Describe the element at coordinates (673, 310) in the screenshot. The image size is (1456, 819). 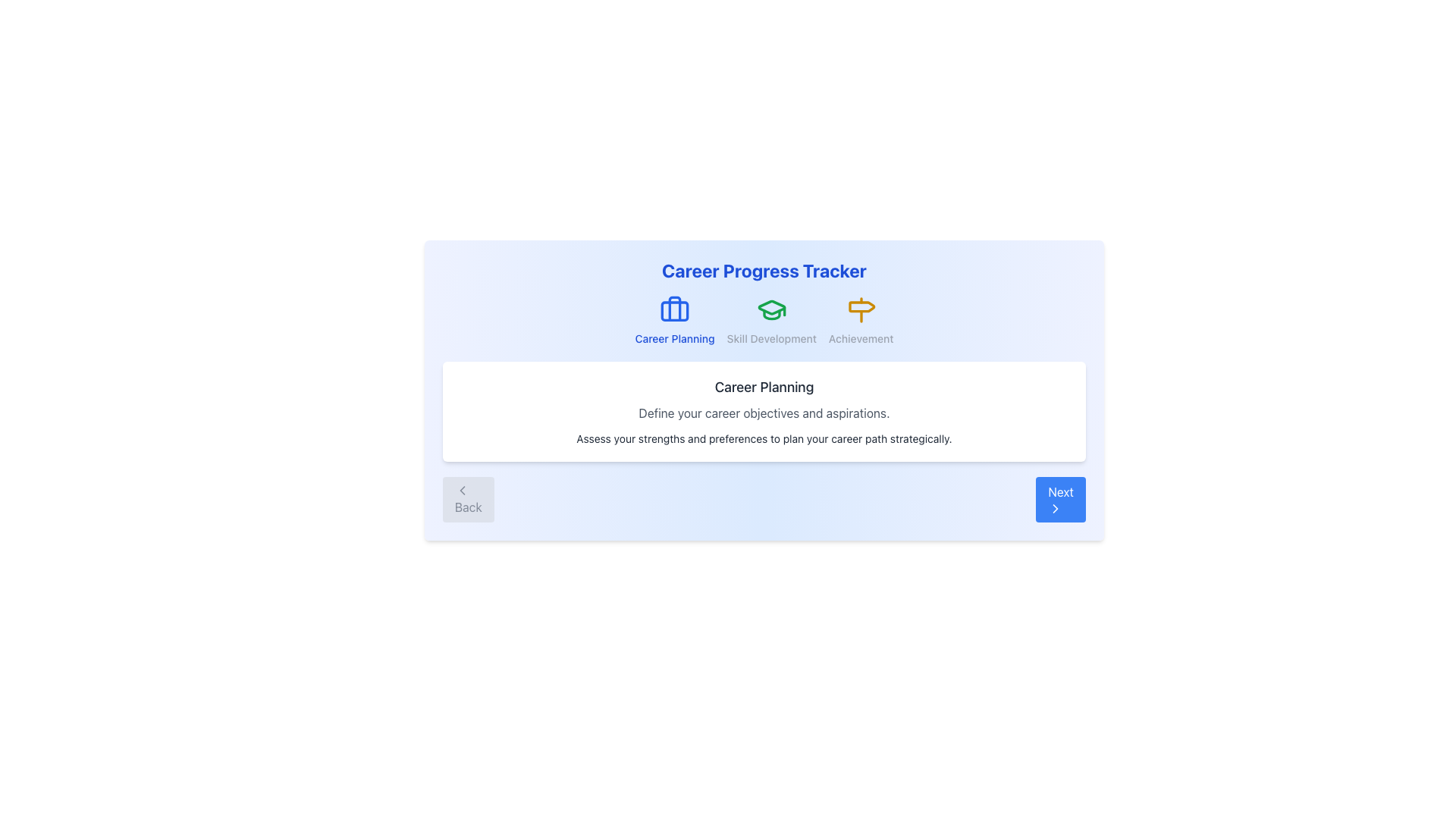
I see `the blue rectangular shape with rounded corners that is part of the briefcase icon located under the 'Career Progress Tracker' heading` at that location.